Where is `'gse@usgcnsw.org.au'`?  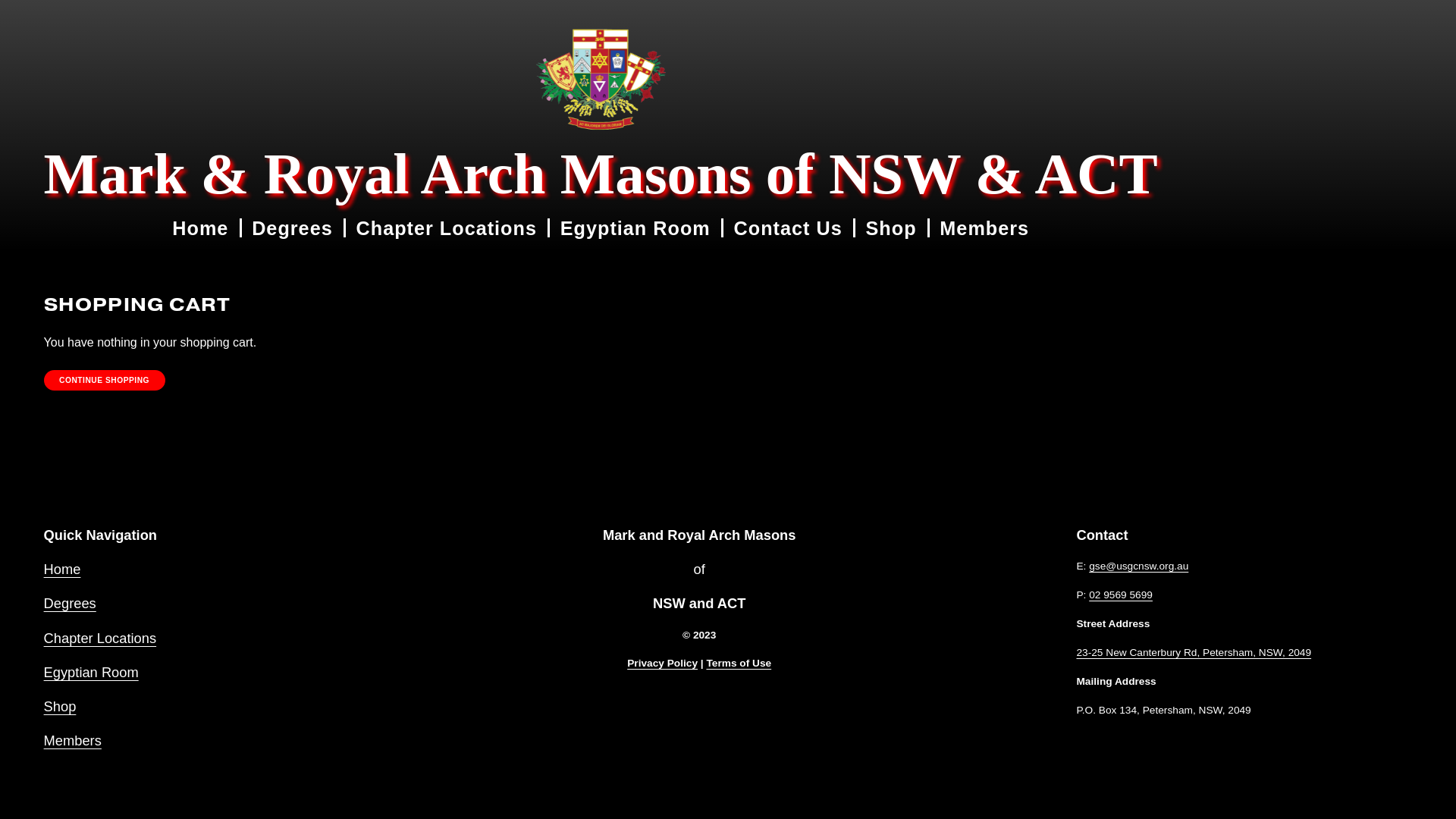
'gse@usgcnsw.org.au' is located at coordinates (1138, 566).